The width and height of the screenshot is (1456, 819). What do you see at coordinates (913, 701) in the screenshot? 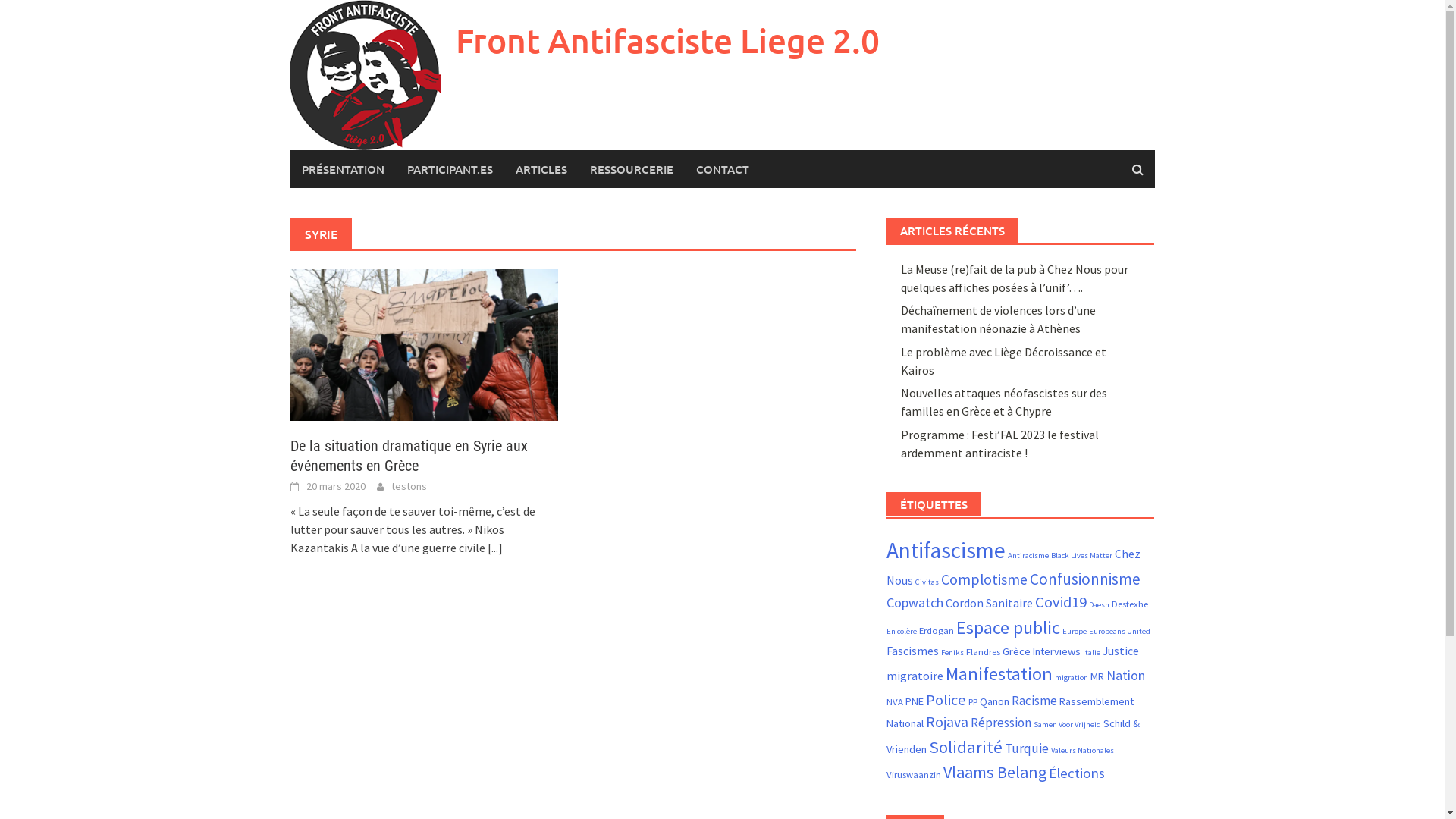
I see `'PNE'` at bounding box center [913, 701].